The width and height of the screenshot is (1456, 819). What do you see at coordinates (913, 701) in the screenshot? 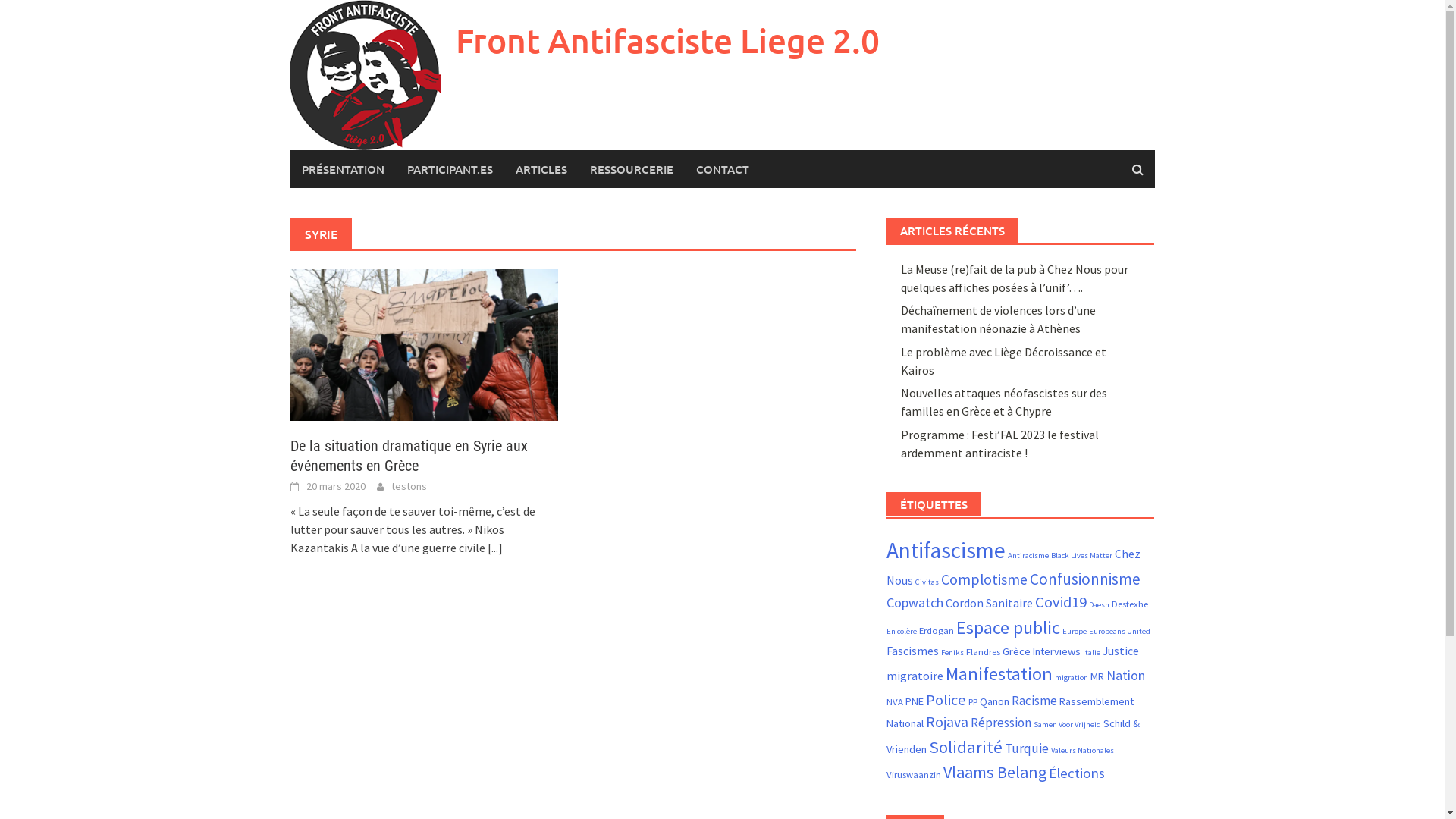
I see `'PNE'` at bounding box center [913, 701].